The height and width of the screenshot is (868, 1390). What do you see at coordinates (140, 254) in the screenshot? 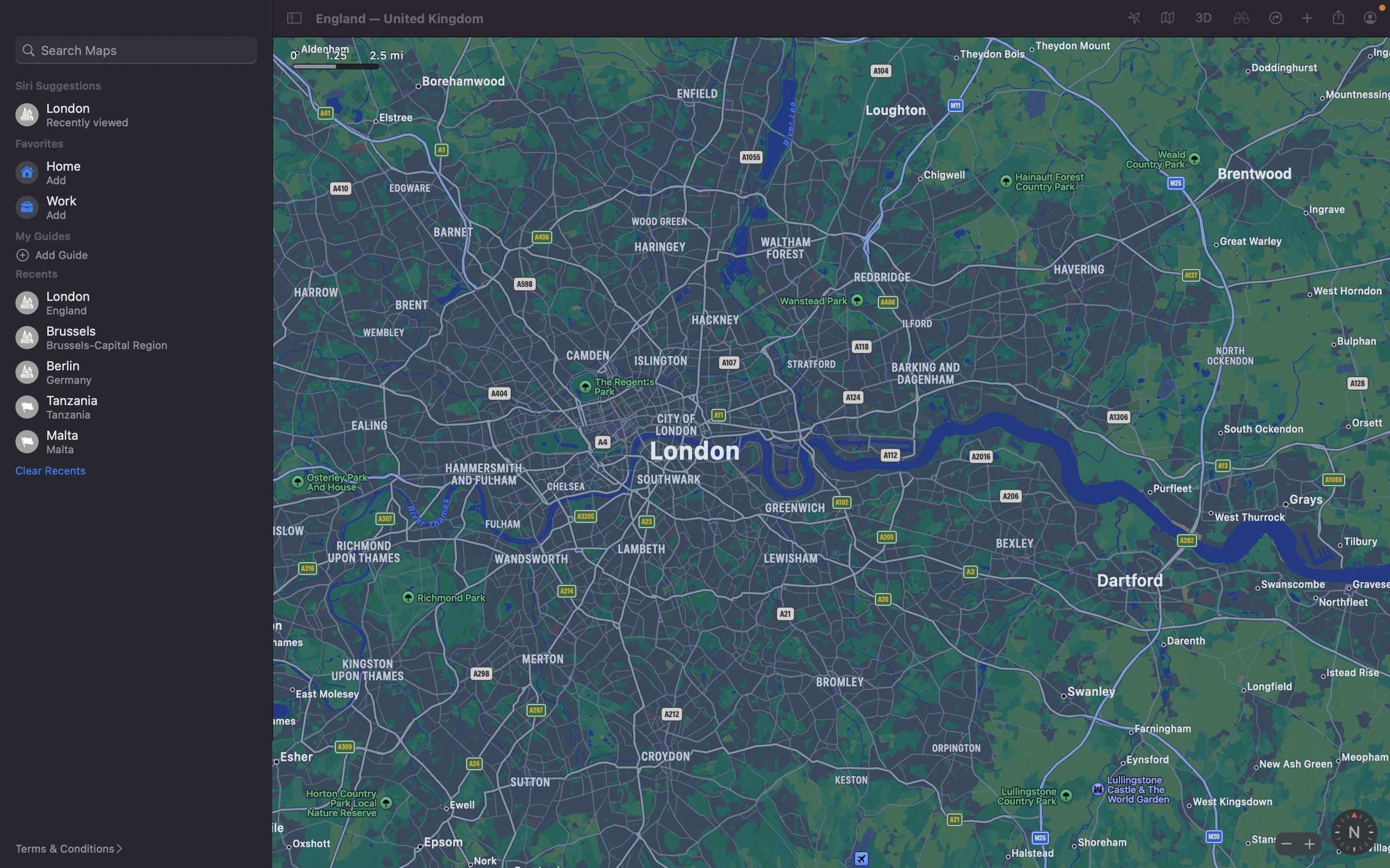
I see `Insert a new sightseeing guide category` at bounding box center [140, 254].